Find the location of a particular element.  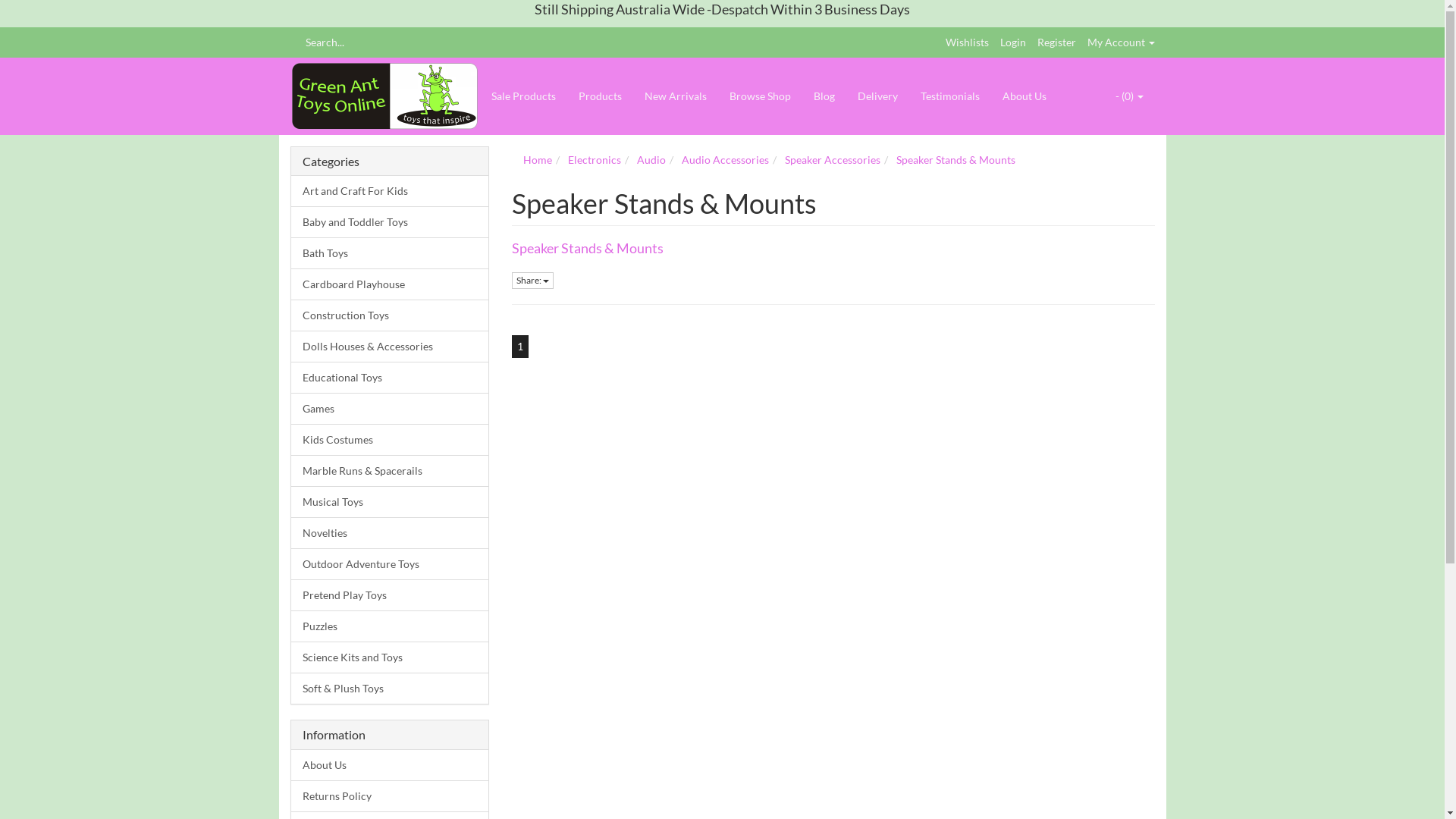

'About Us' is located at coordinates (390, 765).